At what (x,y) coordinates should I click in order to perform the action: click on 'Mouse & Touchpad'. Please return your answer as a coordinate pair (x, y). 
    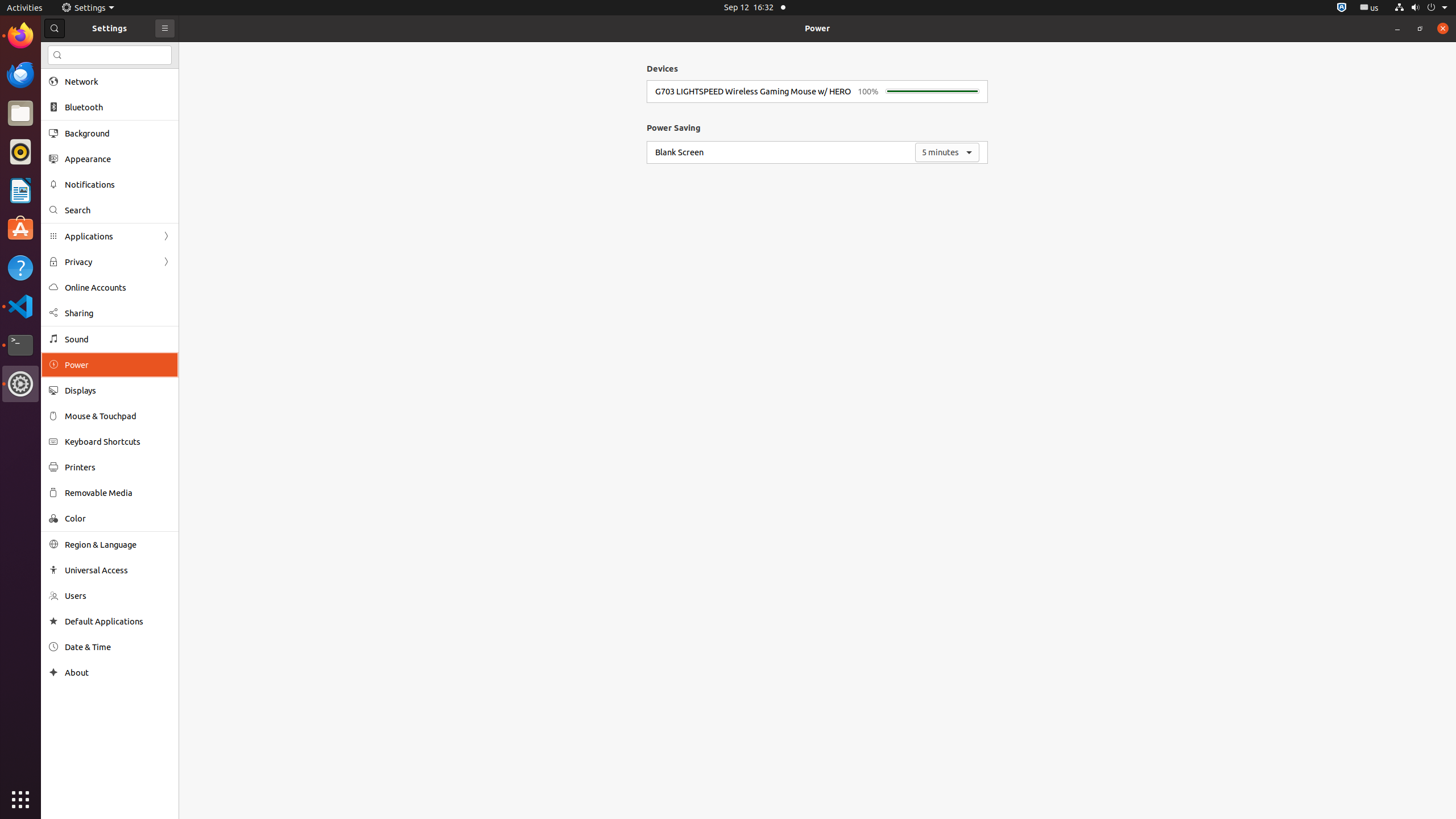
    Looking at the image, I should click on (118, 416).